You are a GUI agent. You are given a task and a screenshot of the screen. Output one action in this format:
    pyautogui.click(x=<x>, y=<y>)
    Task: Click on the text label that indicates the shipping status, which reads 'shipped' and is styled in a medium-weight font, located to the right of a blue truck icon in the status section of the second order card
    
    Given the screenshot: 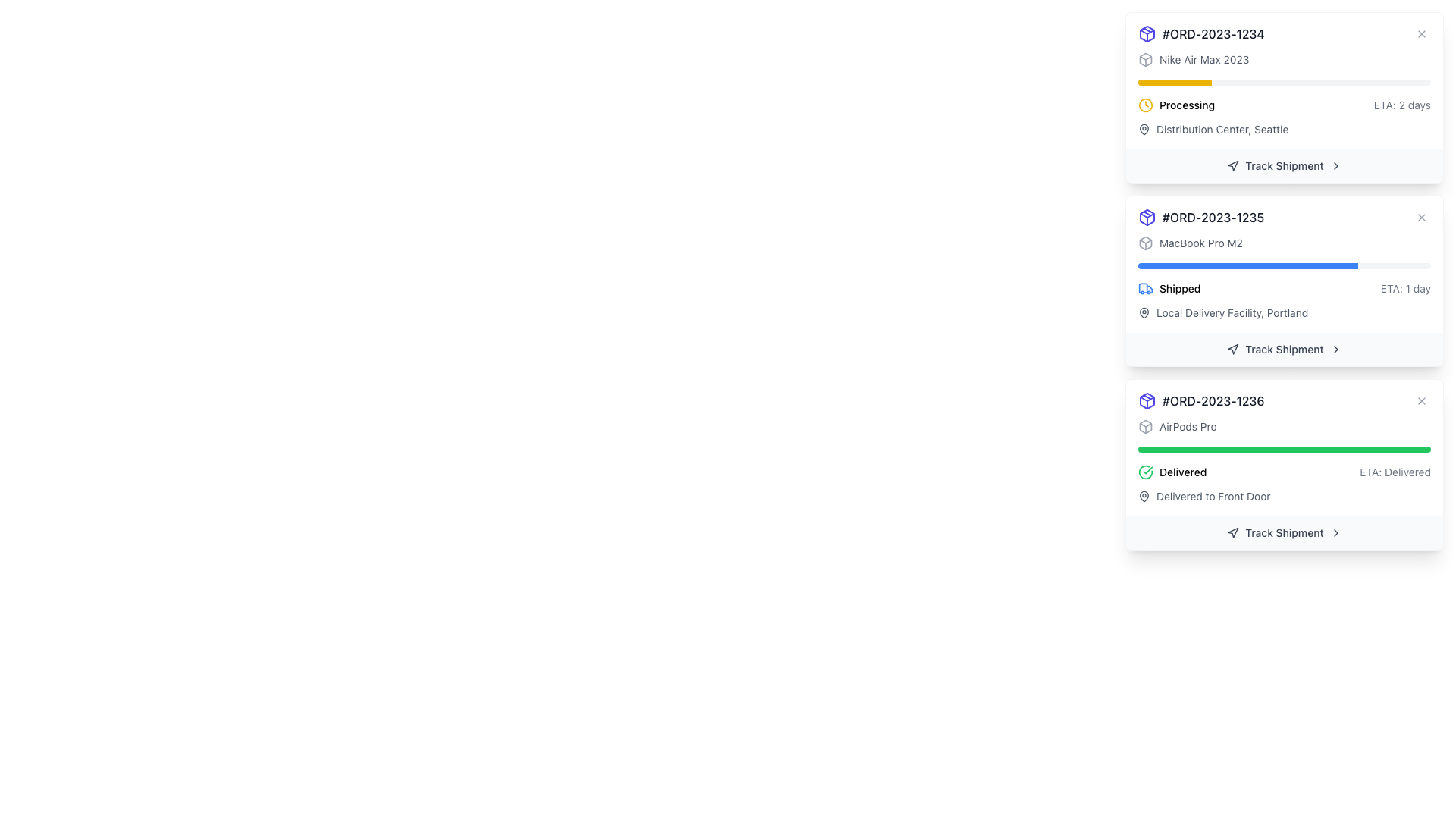 What is the action you would take?
    pyautogui.click(x=1179, y=289)
    